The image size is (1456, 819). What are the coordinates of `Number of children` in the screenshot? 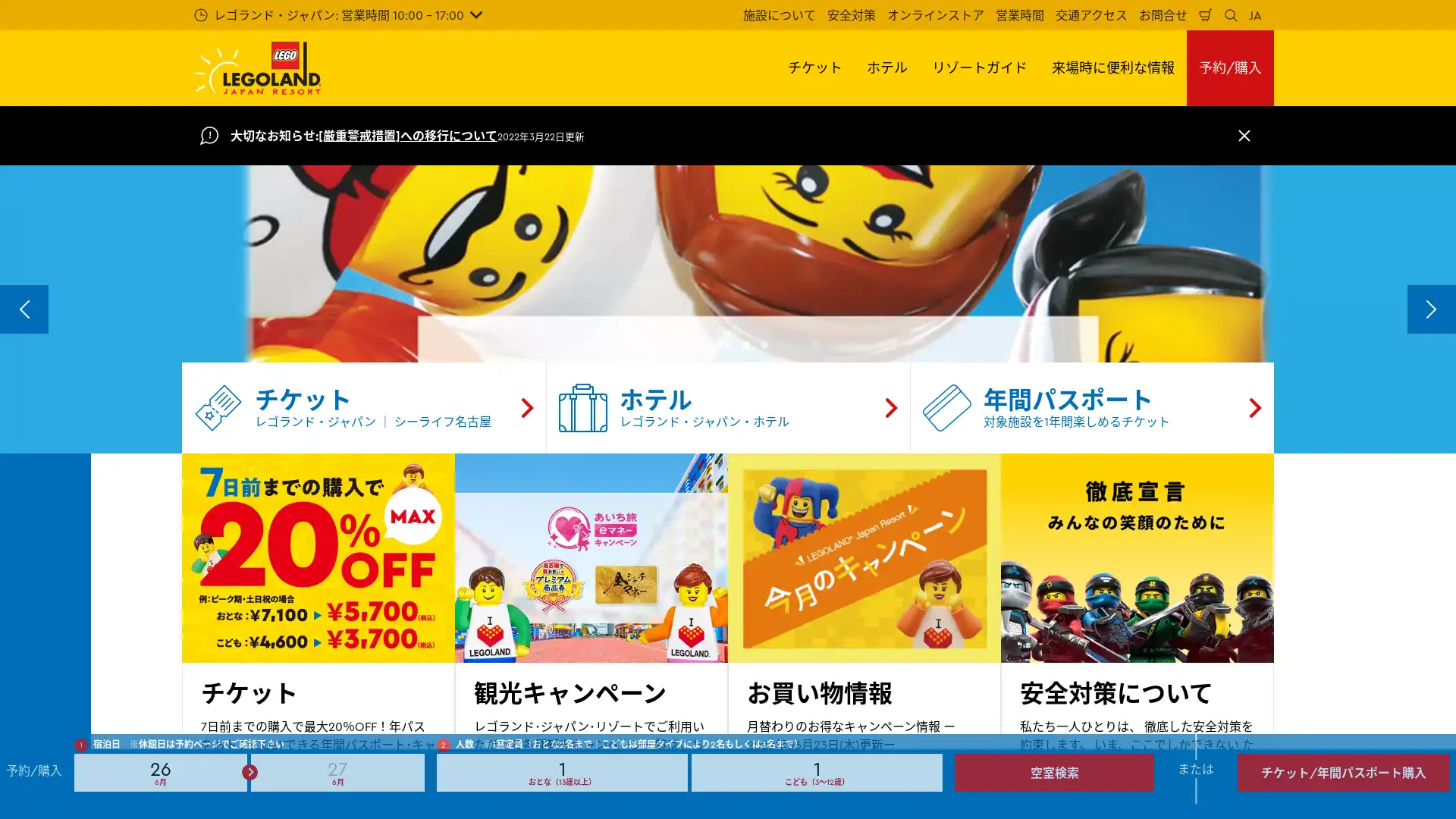 It's located at (816, 786).